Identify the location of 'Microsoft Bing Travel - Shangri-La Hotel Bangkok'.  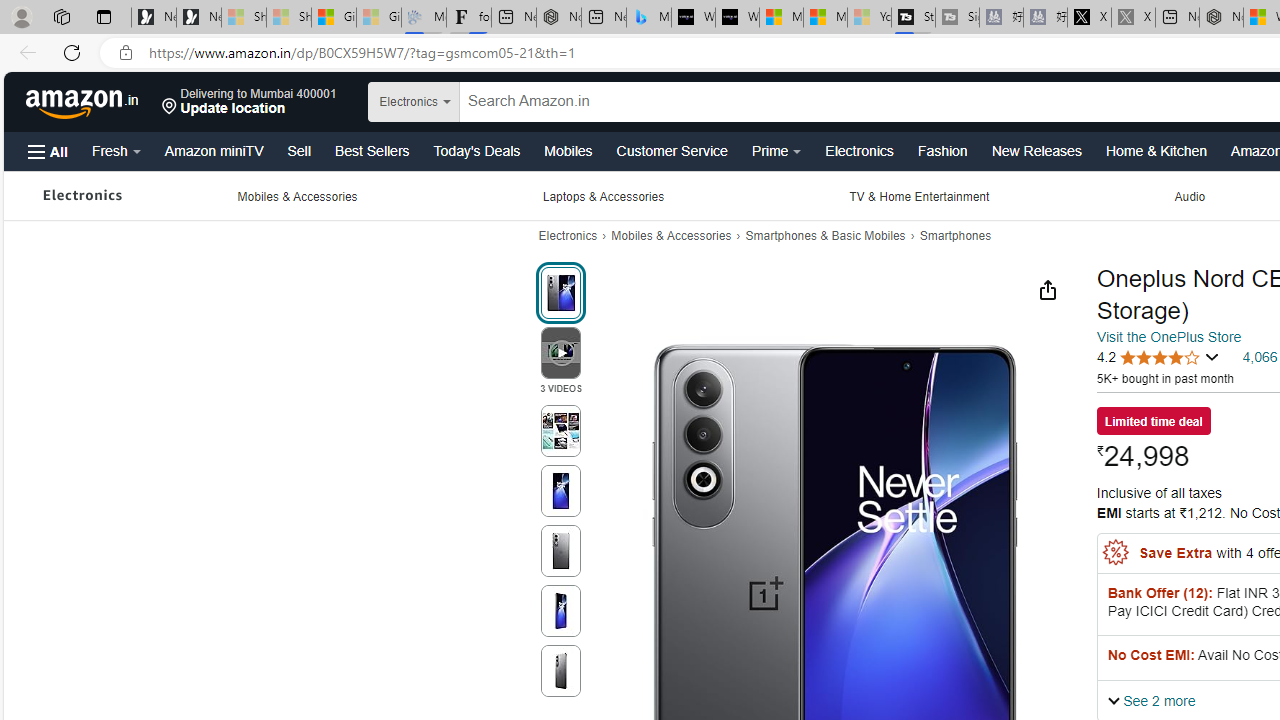
(648, 17).